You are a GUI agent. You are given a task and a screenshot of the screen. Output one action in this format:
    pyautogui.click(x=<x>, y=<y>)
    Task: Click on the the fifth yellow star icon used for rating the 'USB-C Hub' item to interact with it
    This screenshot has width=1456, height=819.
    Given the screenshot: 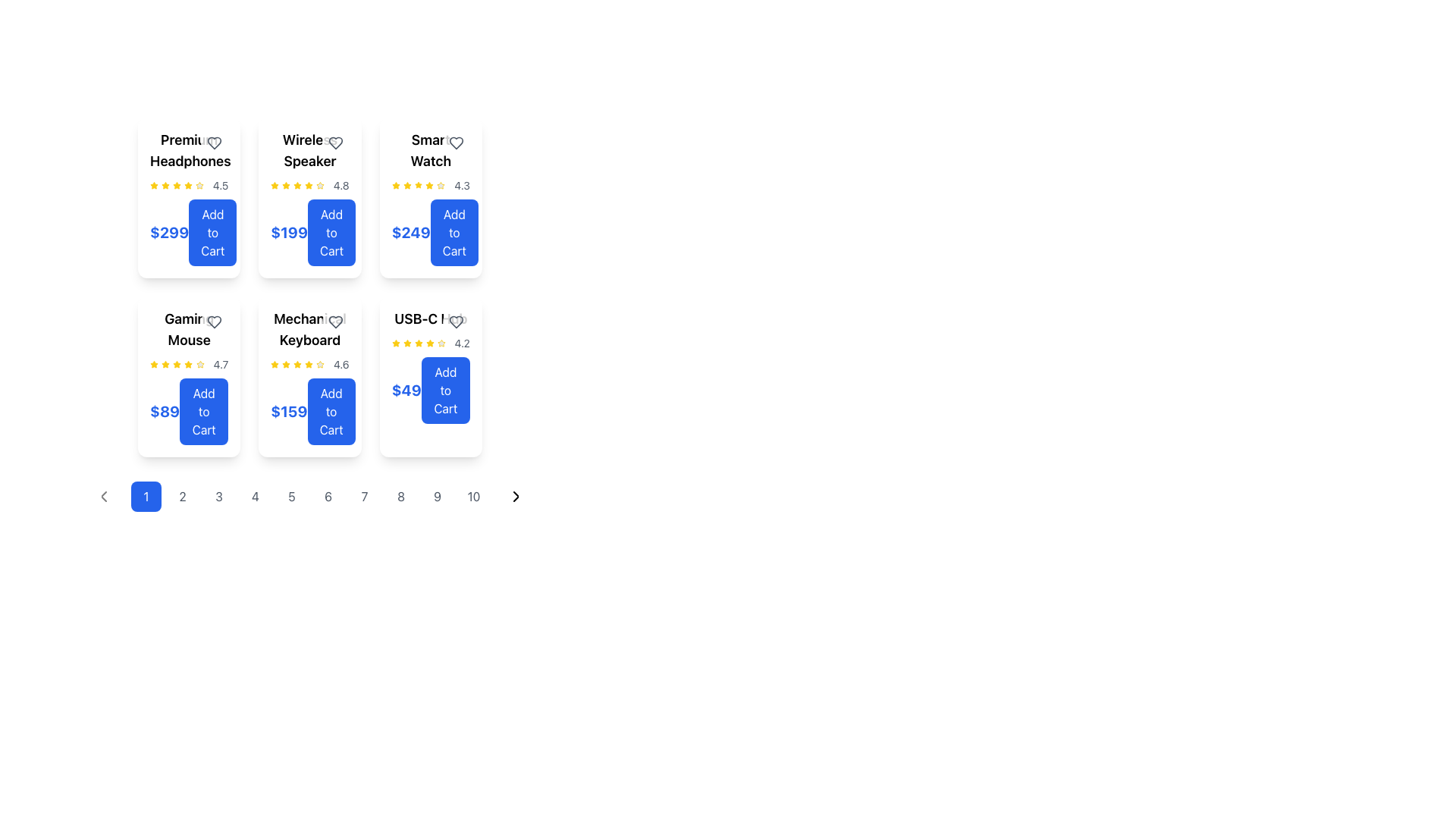 What is the action you would take?
    pyautogui.click(x=396, y=343)
    